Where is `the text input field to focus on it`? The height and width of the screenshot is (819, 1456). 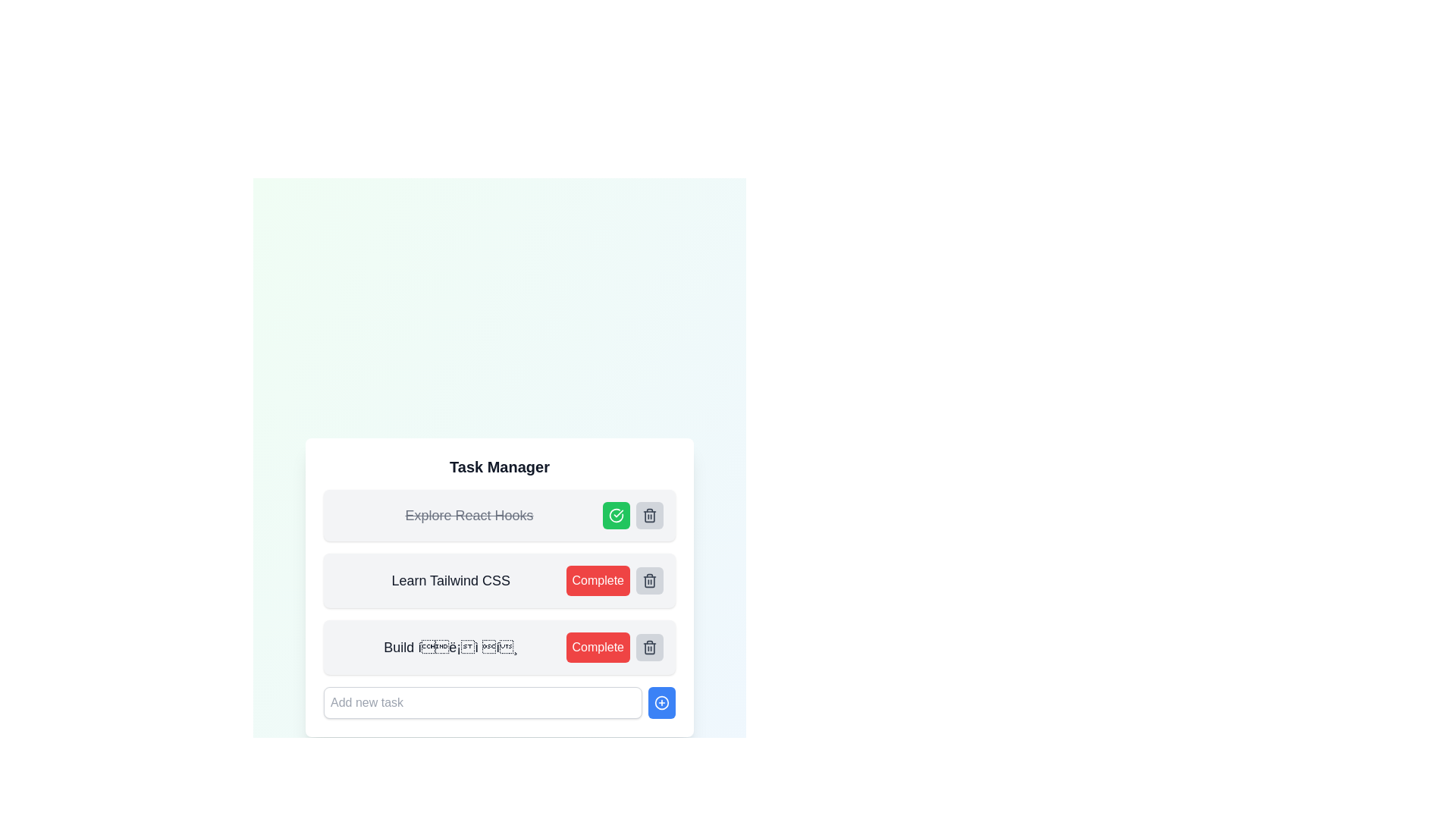
the text input field to focus on it is located at coordinates (482, 702).